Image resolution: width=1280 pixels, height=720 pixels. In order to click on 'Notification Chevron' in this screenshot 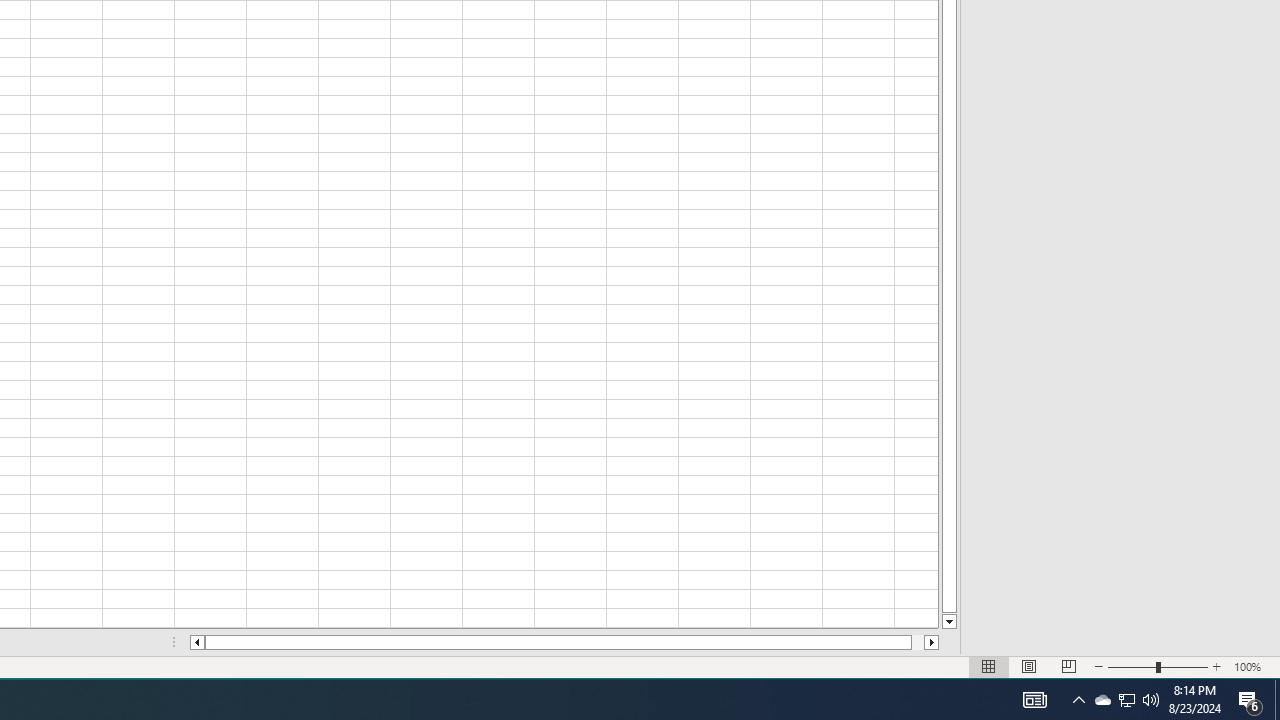, I will do `click(1078, 698)`.